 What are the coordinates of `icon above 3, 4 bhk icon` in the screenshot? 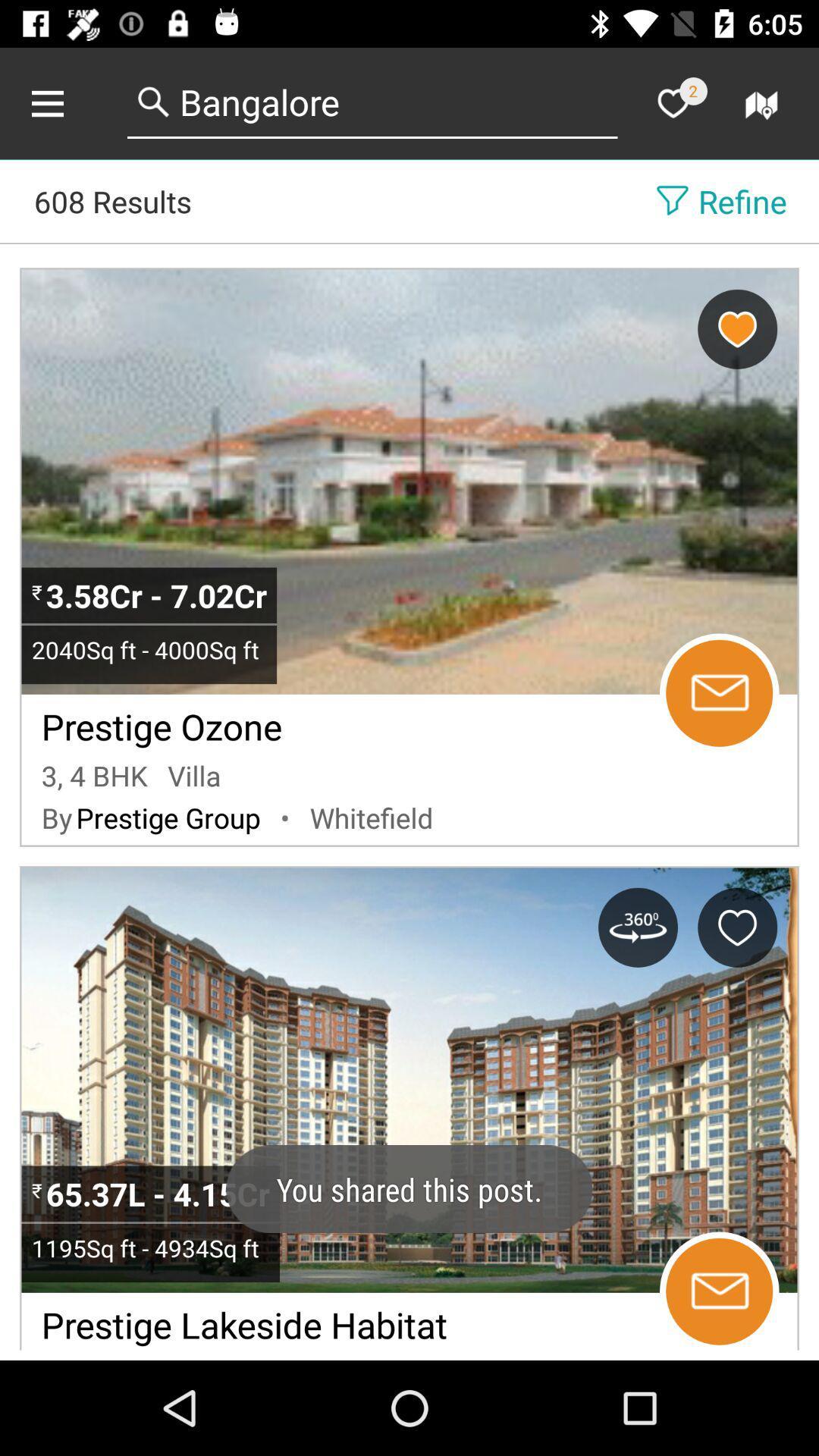 It's located at (162, 721).